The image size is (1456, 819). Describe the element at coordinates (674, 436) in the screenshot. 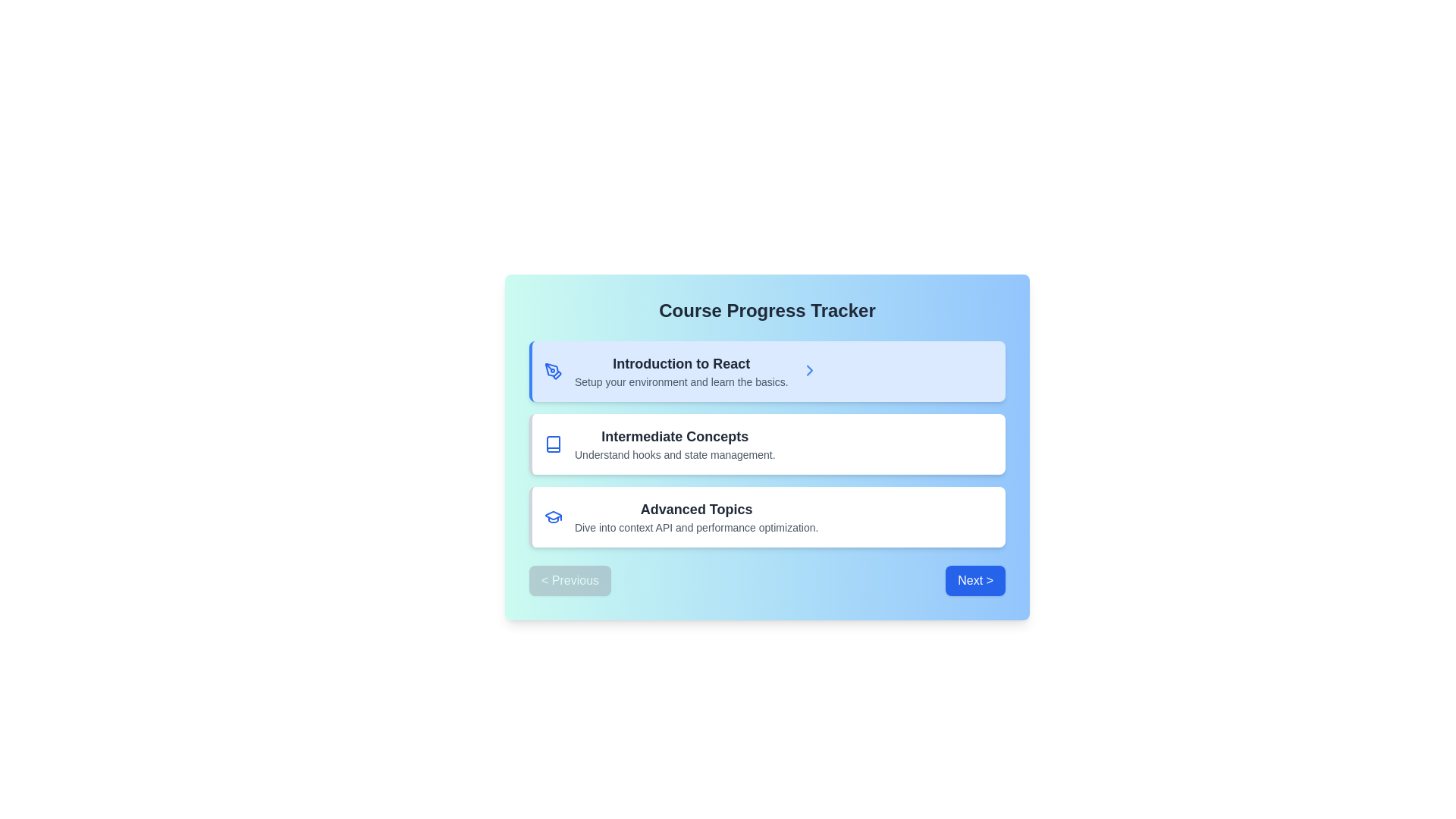

I see `the header text that signifies the topic 'Intermediate Concepts', located centrally in the UI, between 'Introduction to React' and 'Advanced Topics'` at that location.